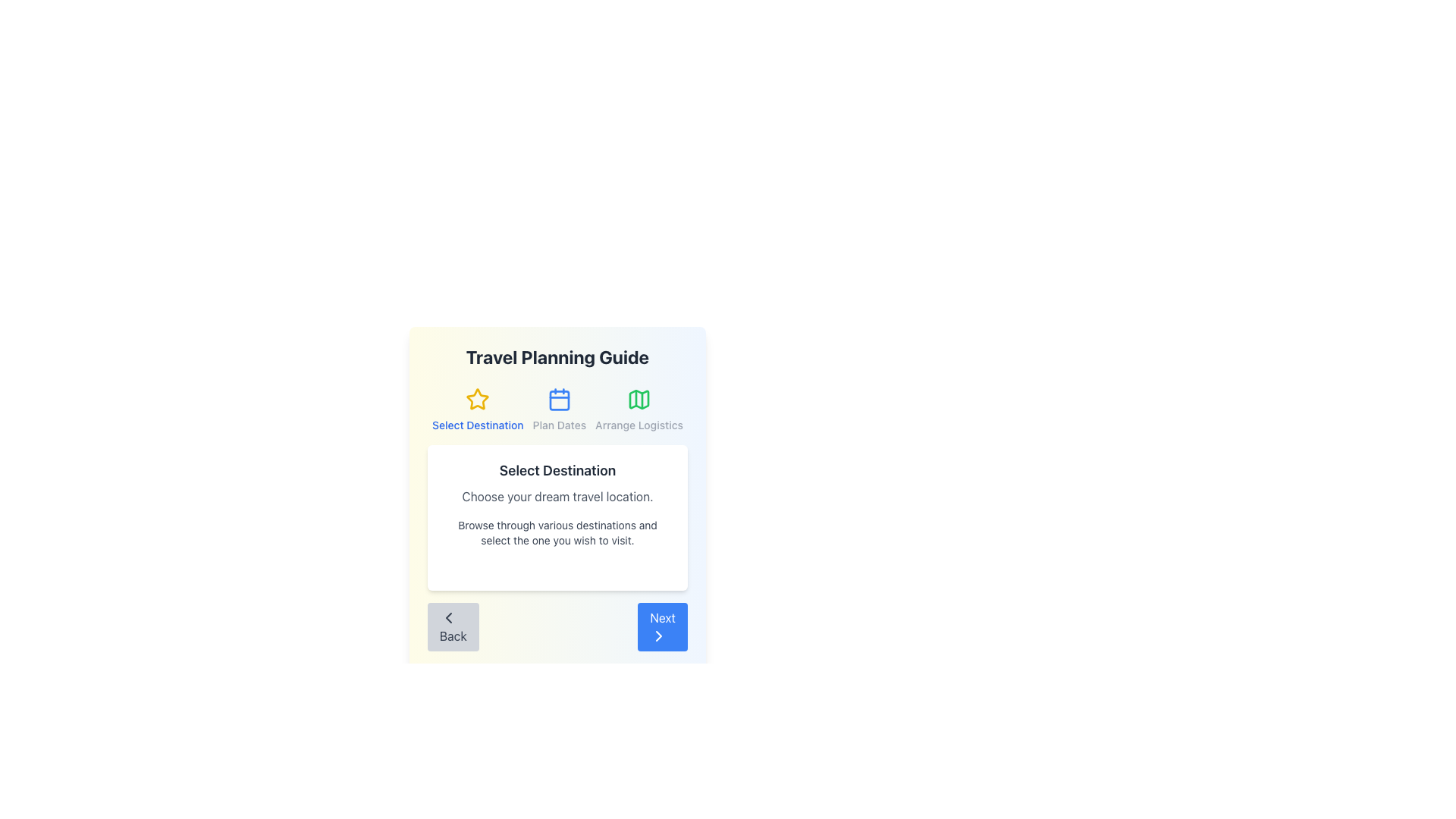 This screenshot has width=1456, height=819. What do you see at coordinates (558, 425) in the screenshot?
I see `text label displaying 'Plan Dates', which is located below a calendar icon in a vertical column layout` at bounding box center [558, 425].